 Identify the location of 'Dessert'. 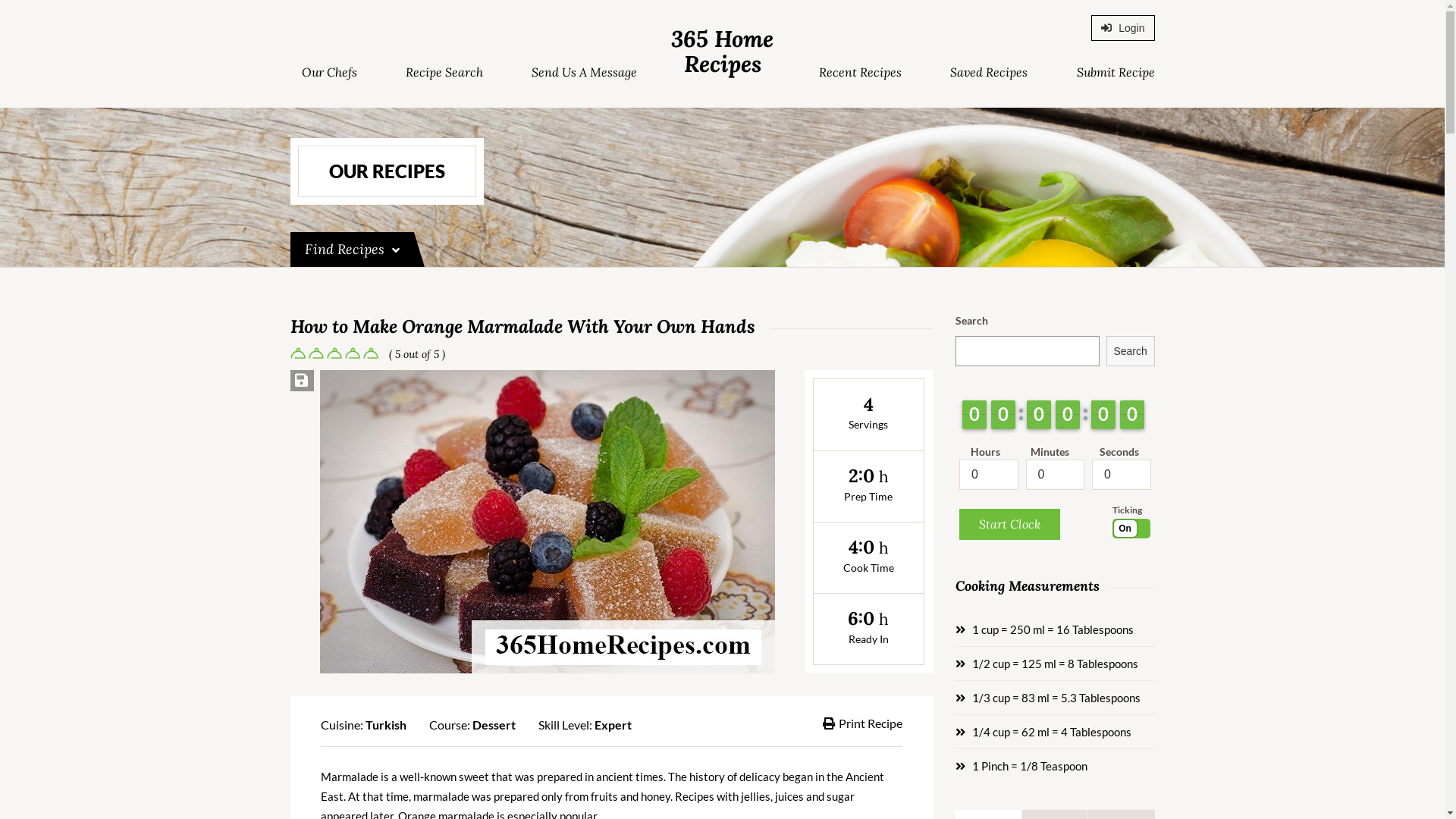
(493, 723).